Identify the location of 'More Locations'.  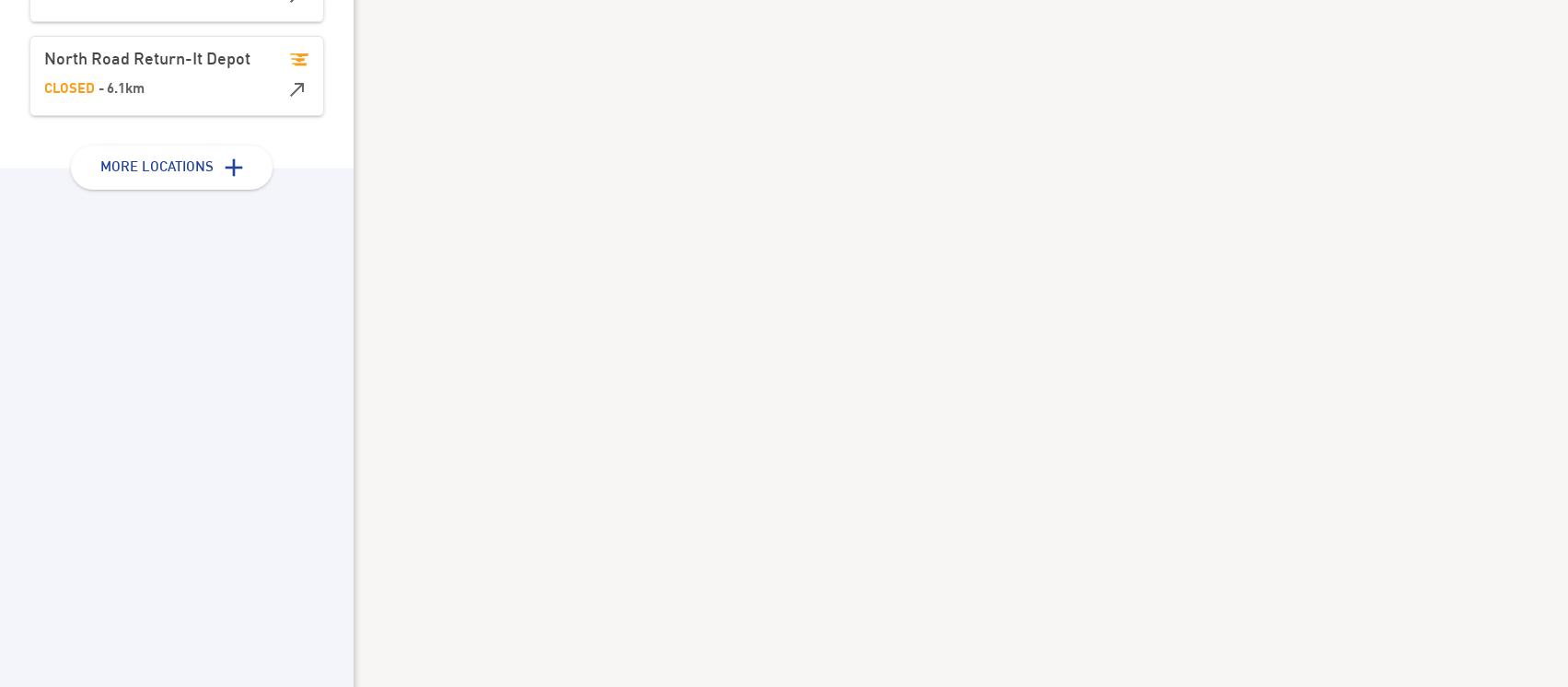
(156, 167).